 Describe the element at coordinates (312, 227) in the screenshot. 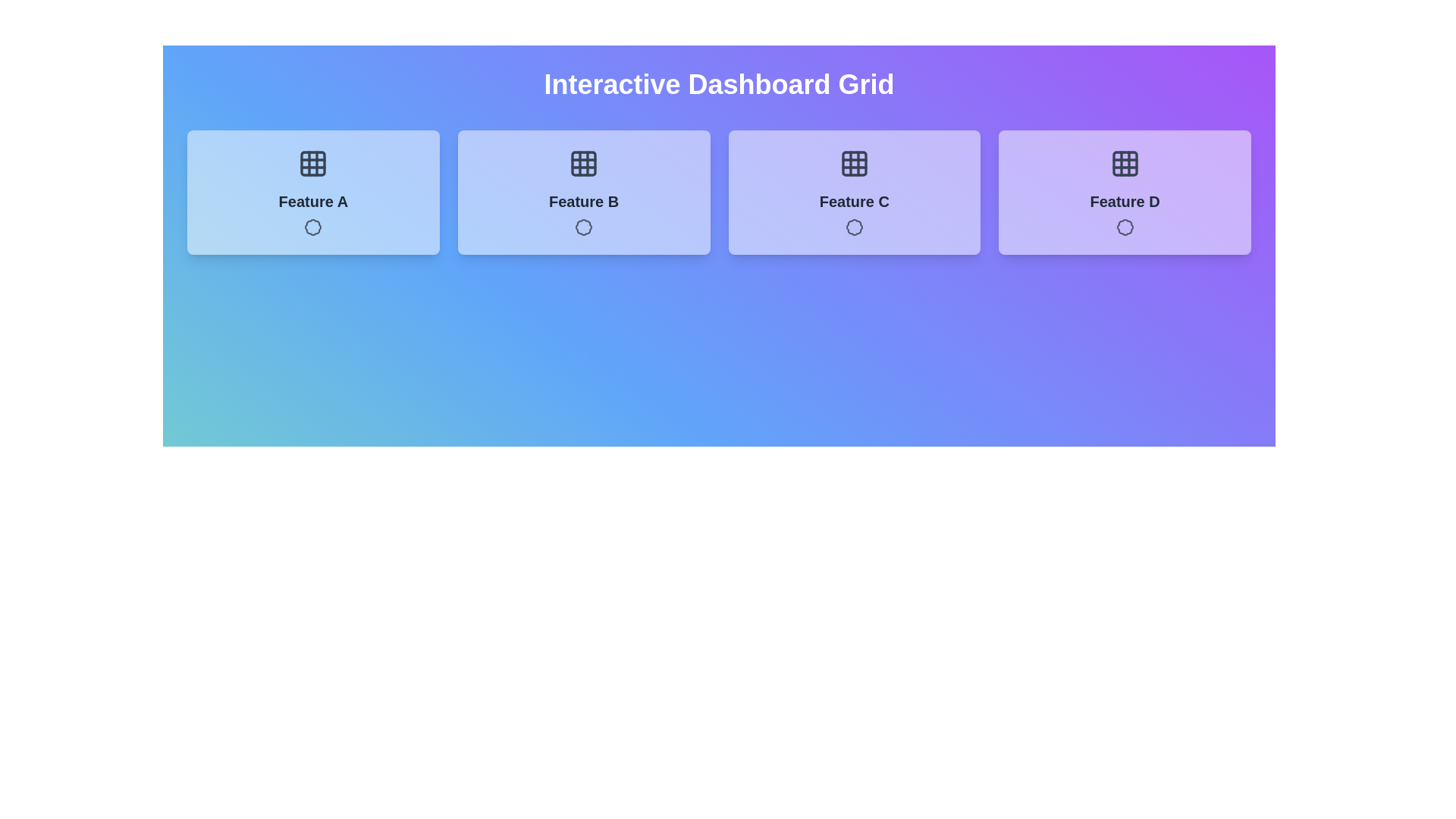

I see `the decorative SVG graphic element that indicates the state of 'Feature A', positioned centrally below the 'Feature A' label` at that location.